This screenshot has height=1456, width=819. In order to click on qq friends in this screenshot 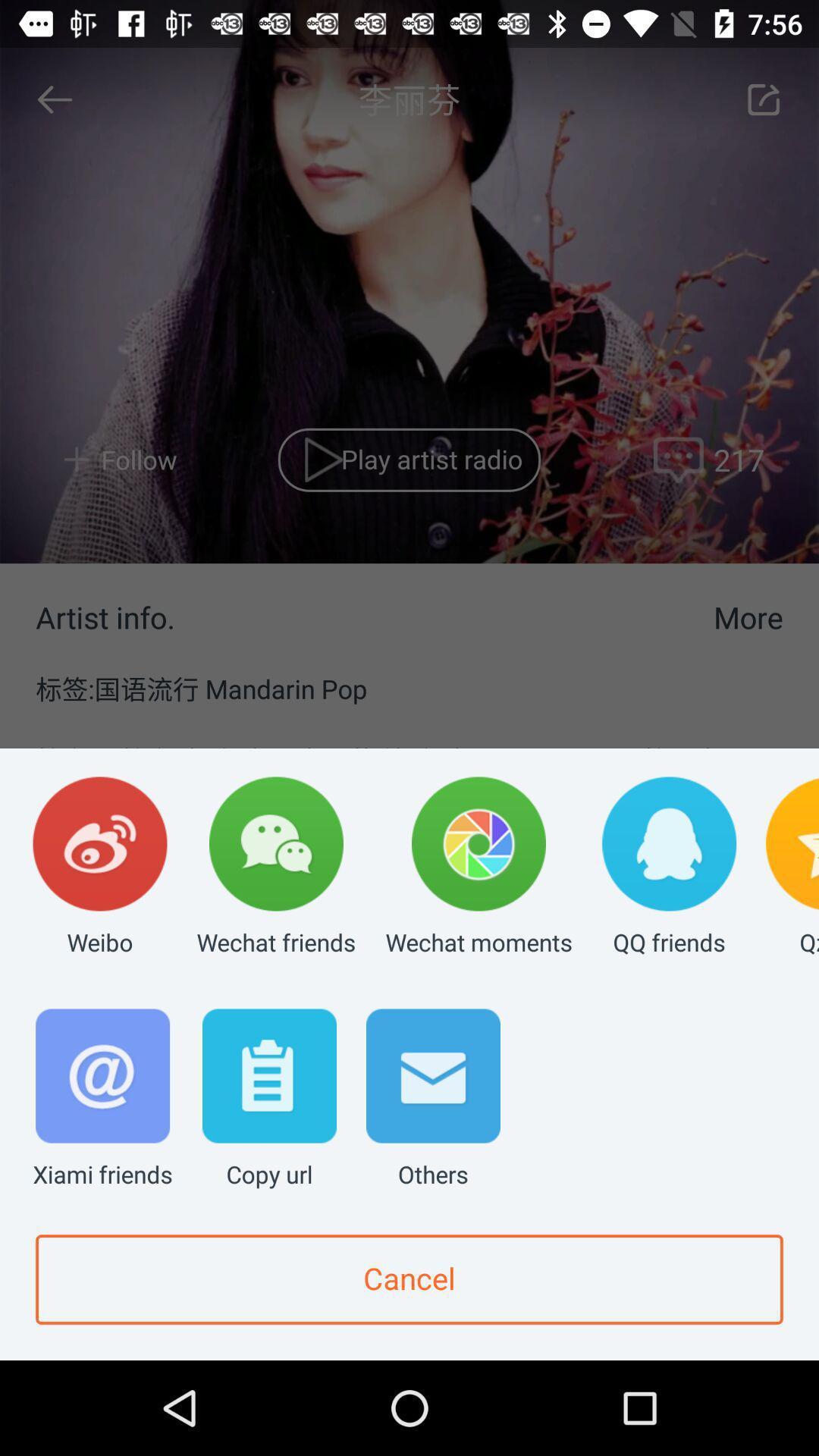, I will do `click(668, 868)`.